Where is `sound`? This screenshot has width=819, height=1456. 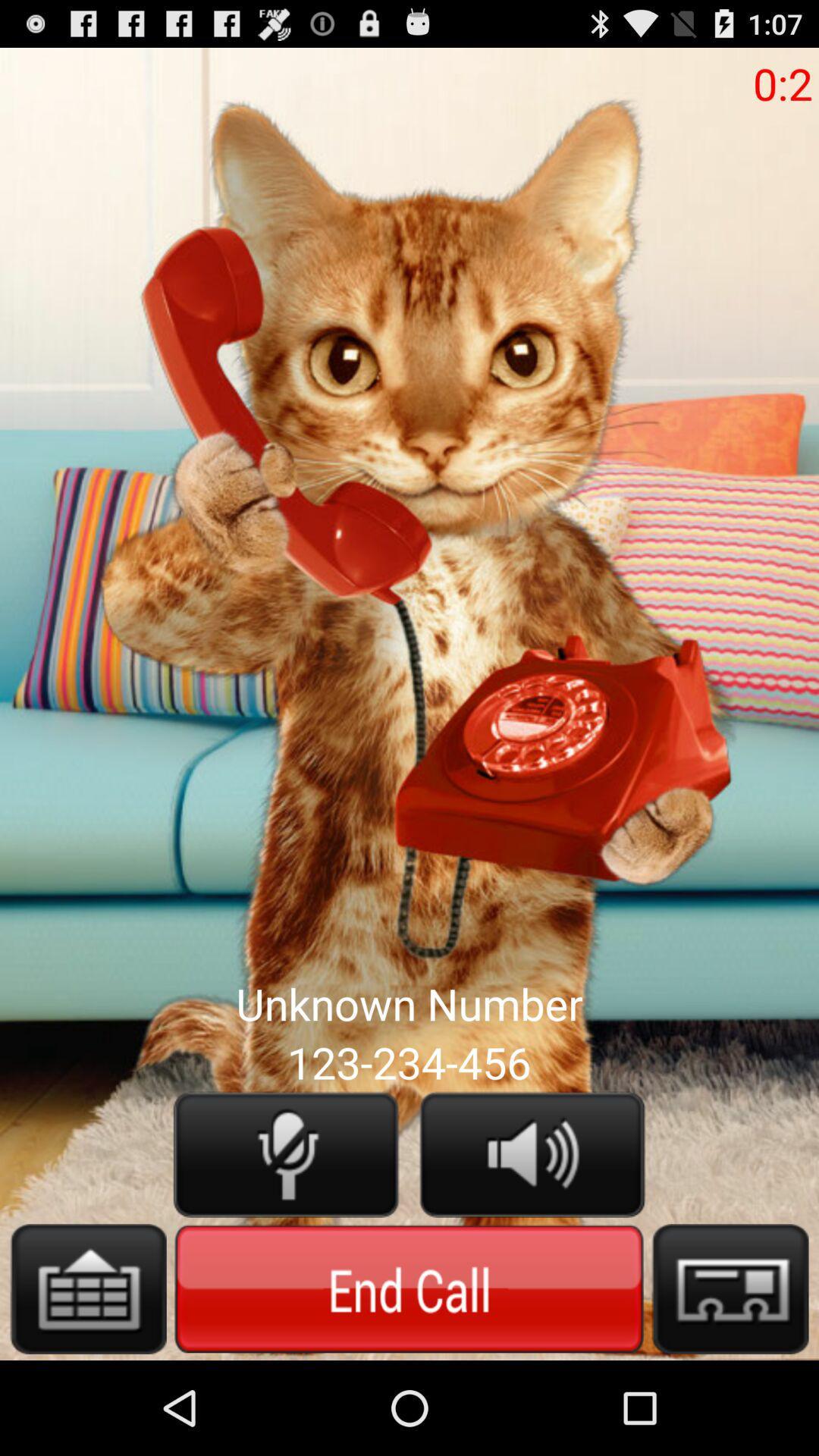
sound is located at coordinates (532, 1153).